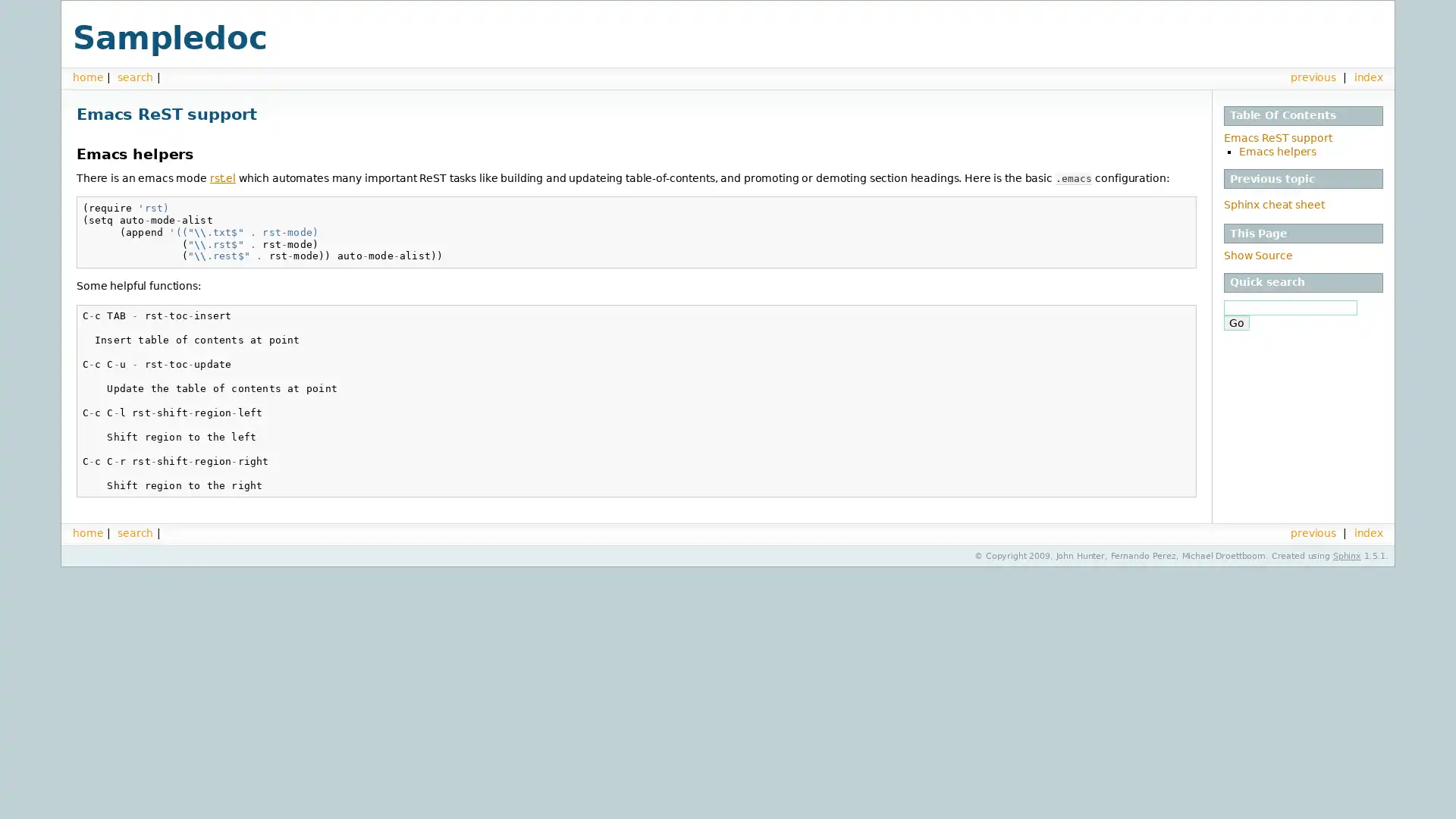 This screenshot has width=1456, height=819. I want to click on Go, so click(1237, 321).